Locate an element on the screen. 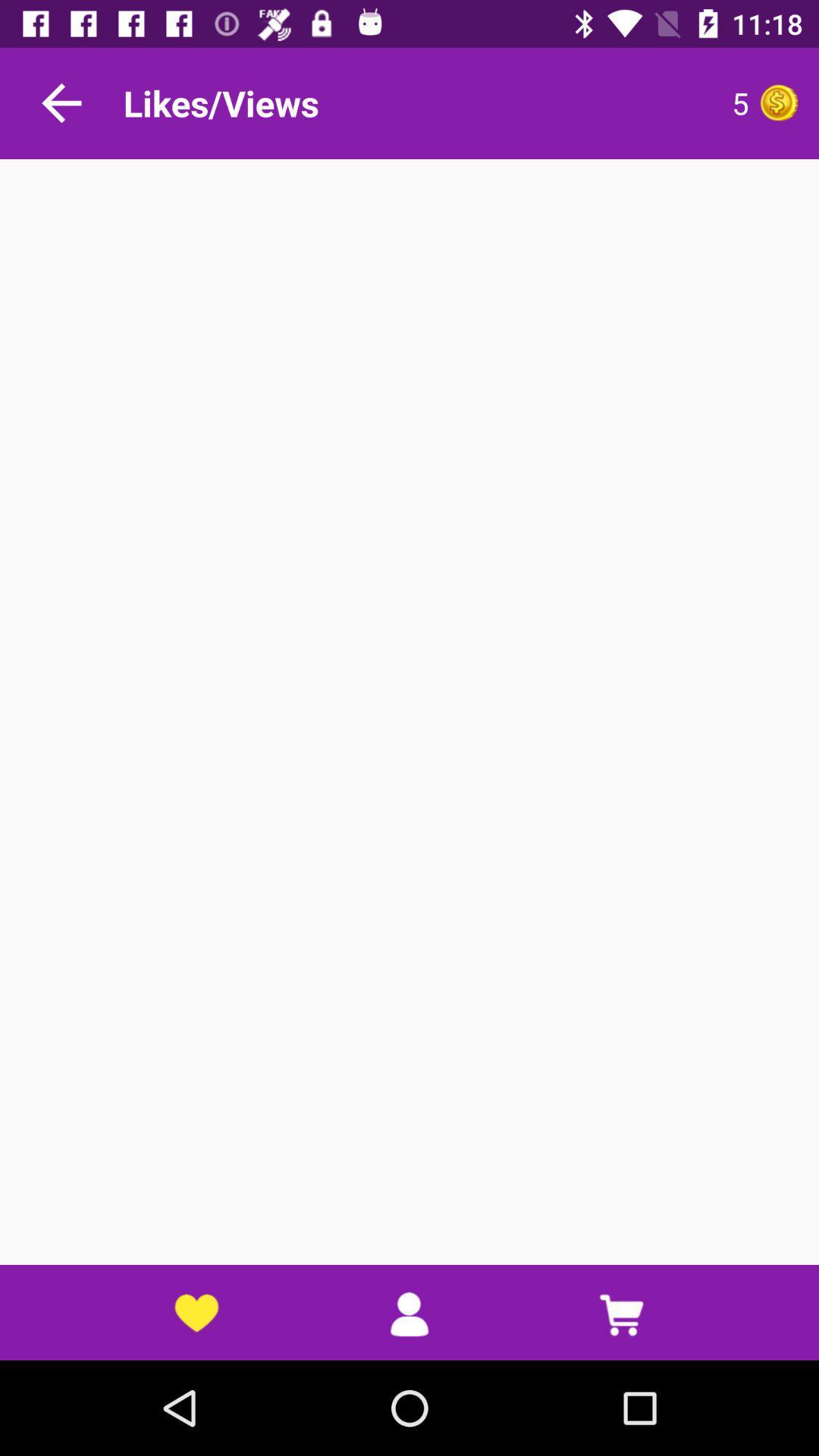  earn points is located at coordinates (779, 102).